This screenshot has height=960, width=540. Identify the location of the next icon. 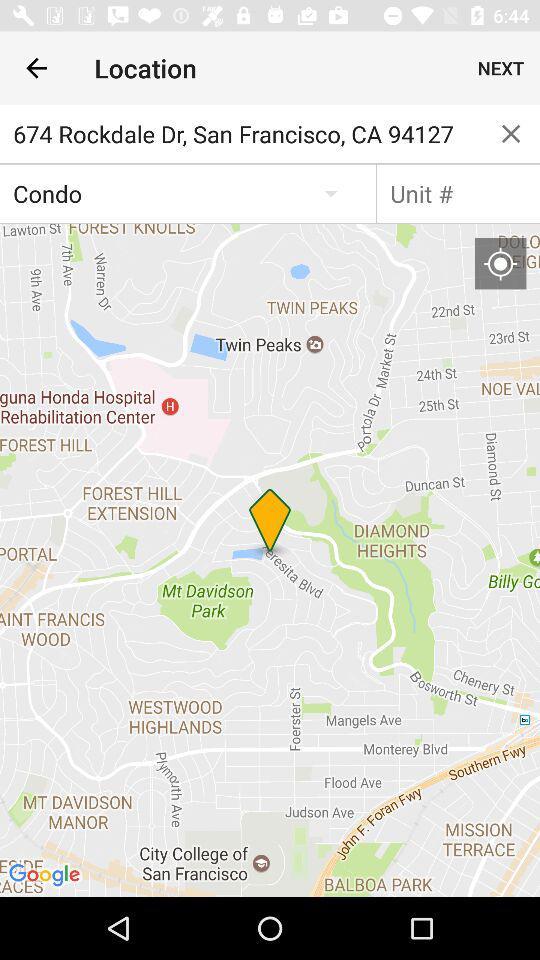
(500, 68).